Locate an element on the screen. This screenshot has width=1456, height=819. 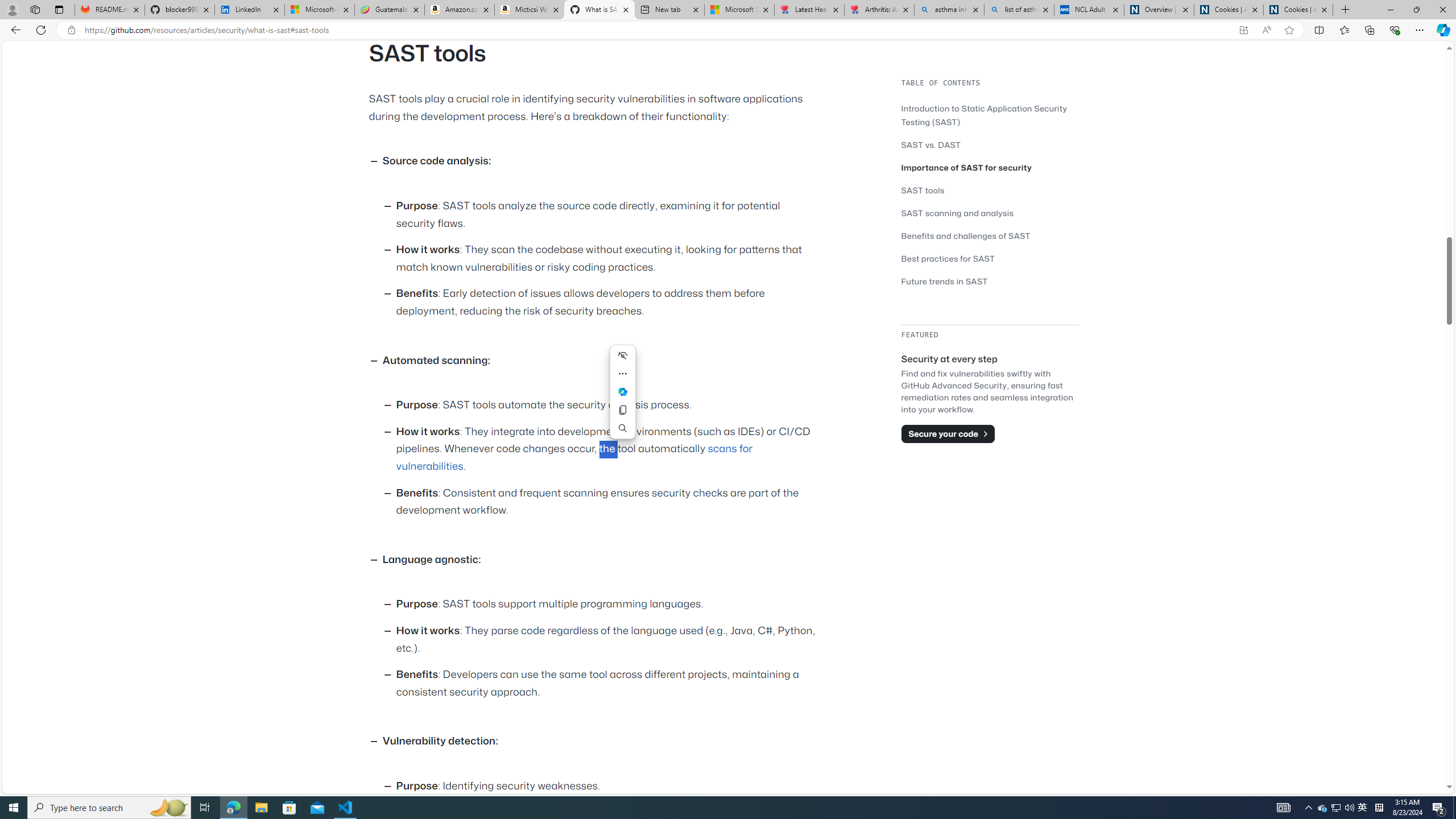
'Ask Copilot' is located at coordinates (622, 392).